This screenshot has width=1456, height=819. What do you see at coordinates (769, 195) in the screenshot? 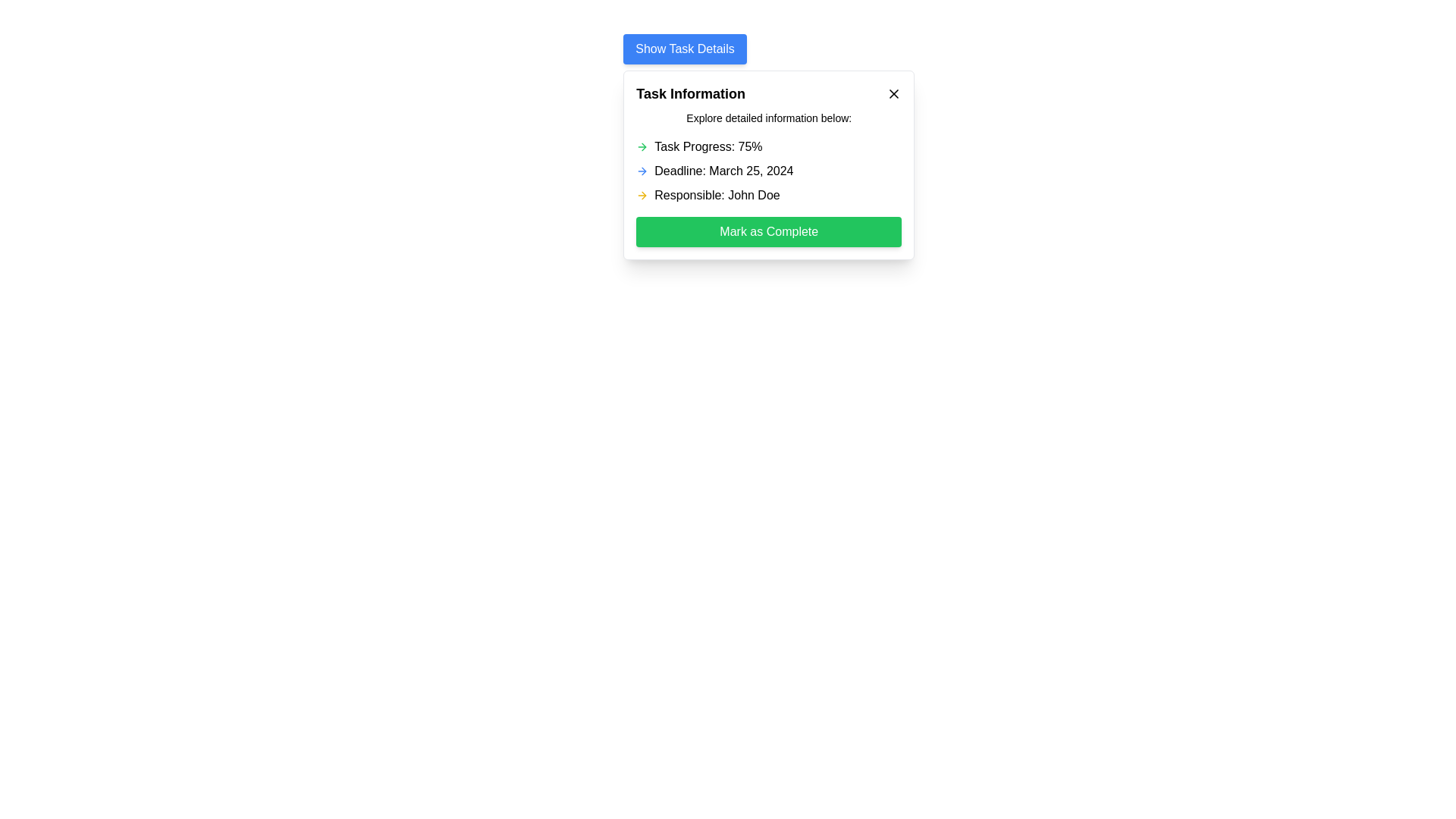
I see `the text label displaying the name of the person responsible for the task, which is located in the card layout below 'Task Progress' and 'Deadline', and just above the 'Mark as Complete' button` at bounding box center [769, 195].